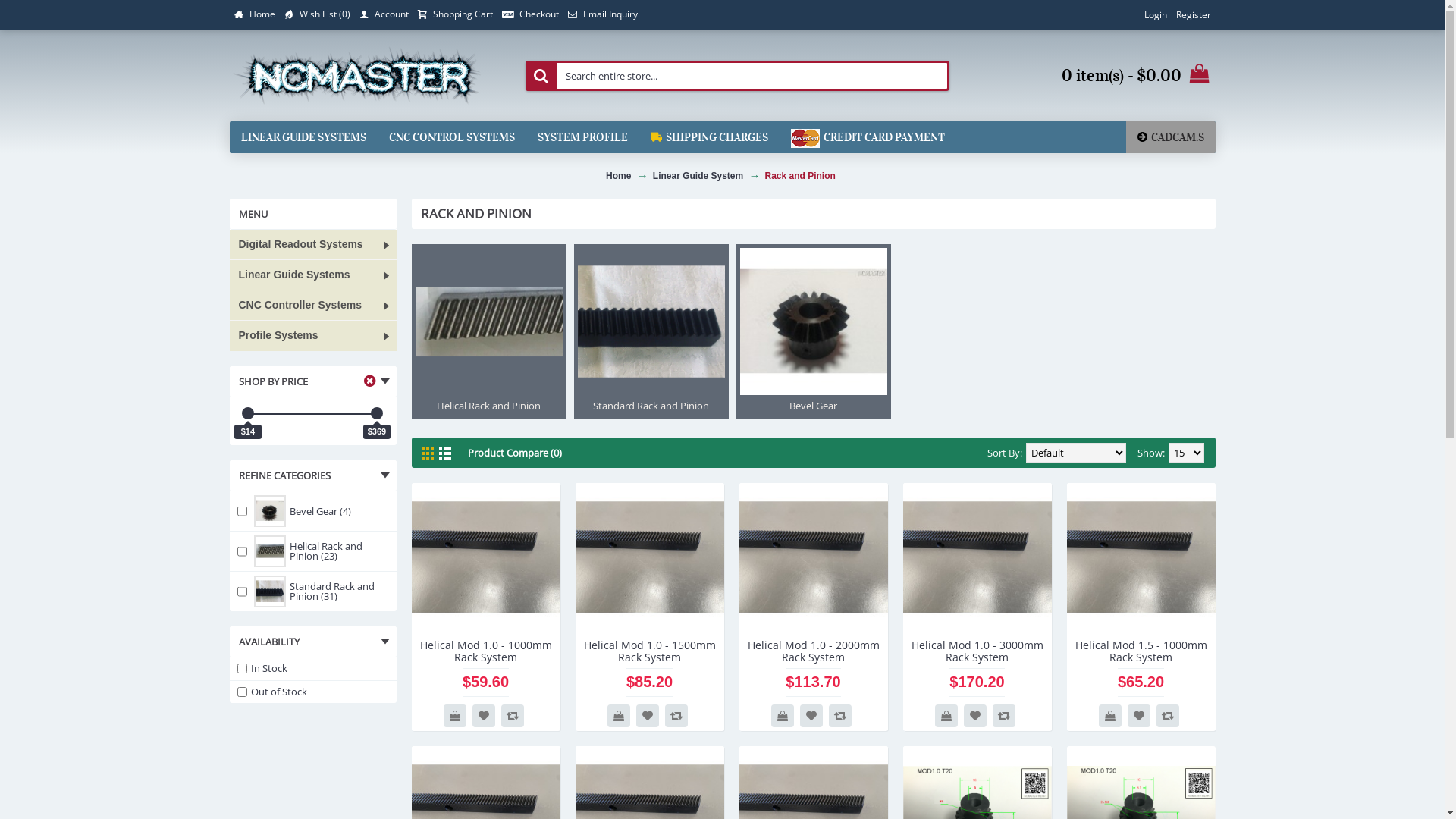  What do you see at coordinates (303, 137) in the screenshot?
I see `'LINEAR GUIDE SYSTEMS'` at bounding box center [303, 137].